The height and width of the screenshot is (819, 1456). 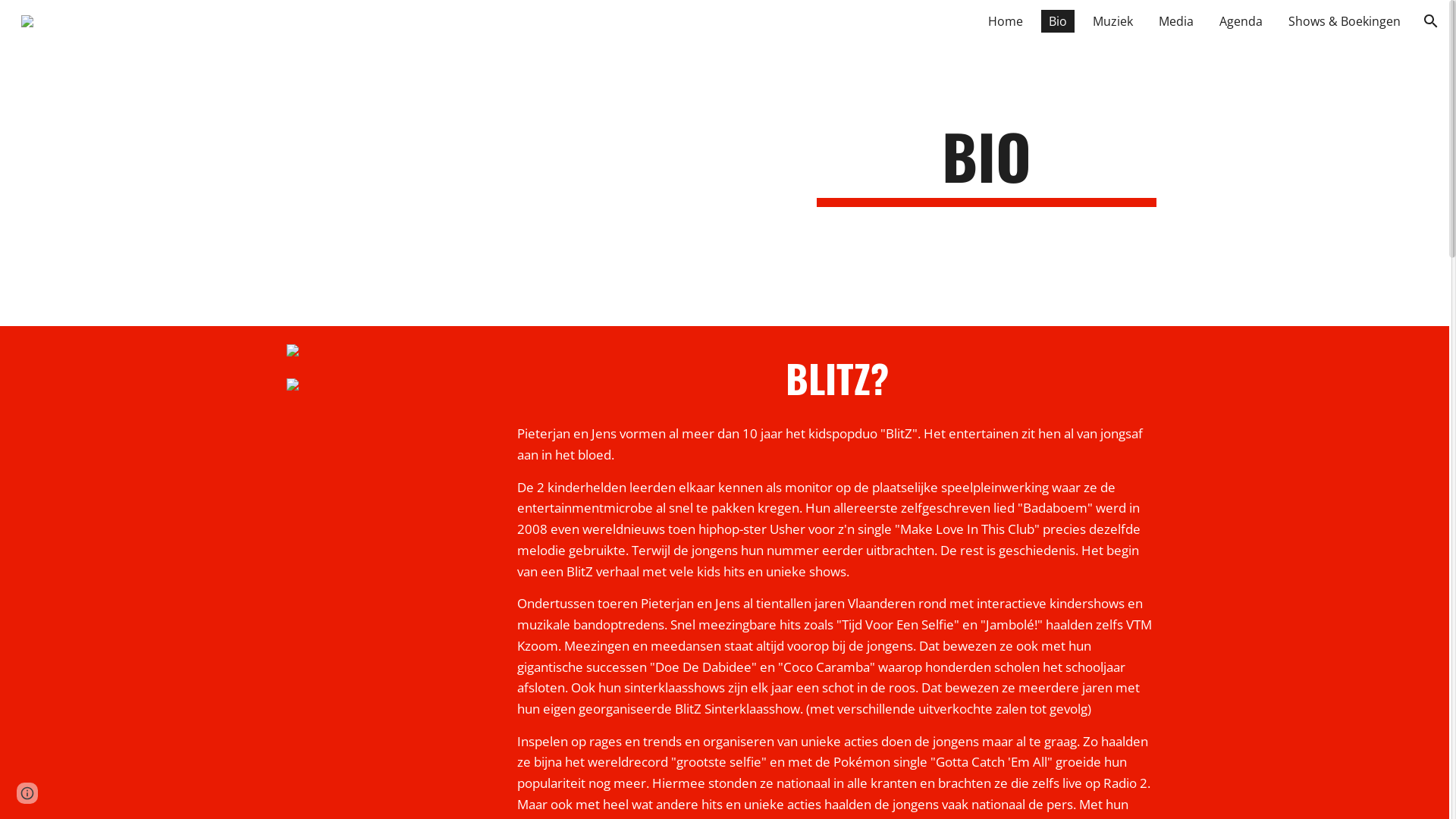 I want to click on 'Home', so click(x=1005, y=20).